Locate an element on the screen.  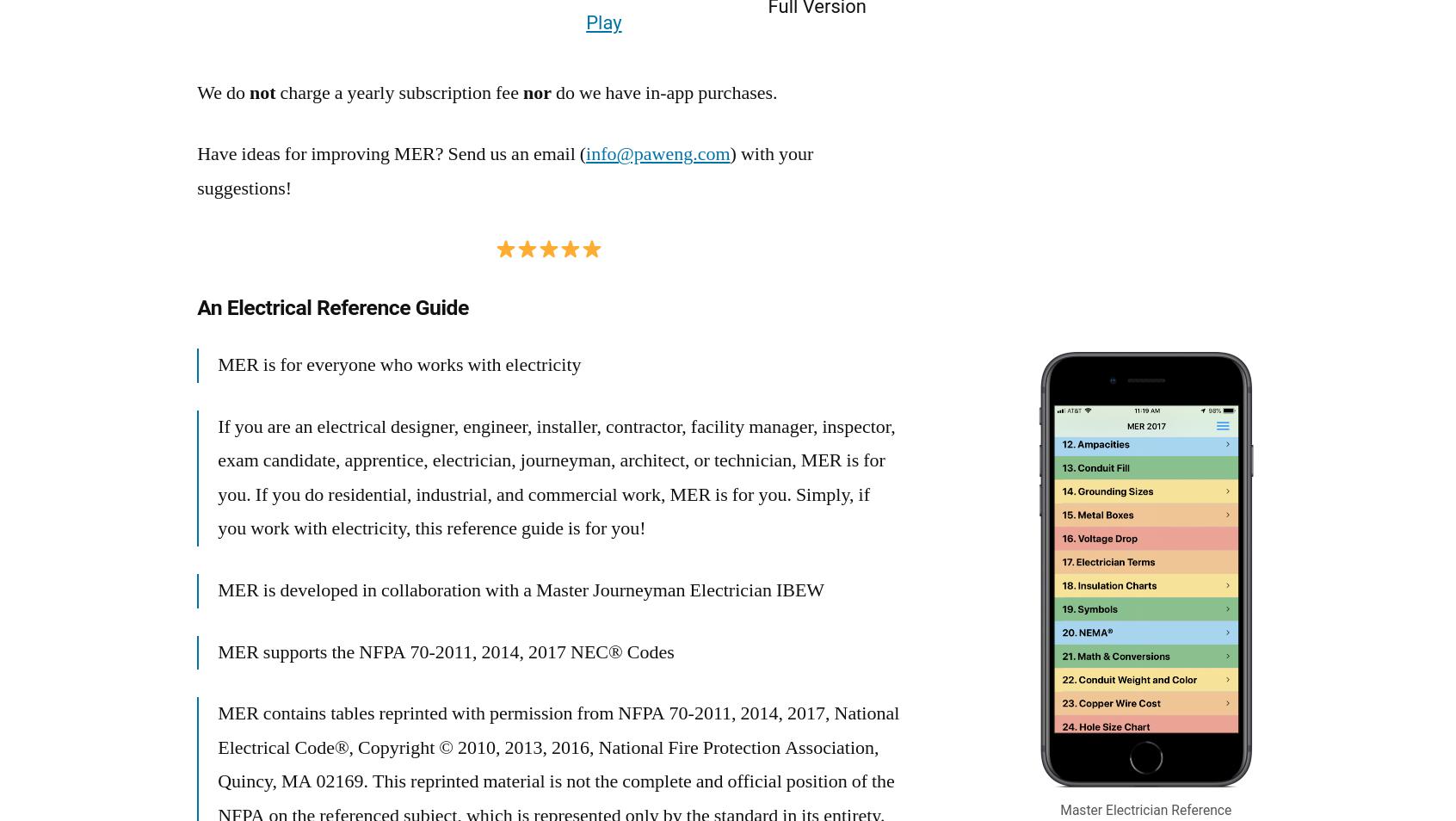
'nor' is located at coordinates (535, 91).